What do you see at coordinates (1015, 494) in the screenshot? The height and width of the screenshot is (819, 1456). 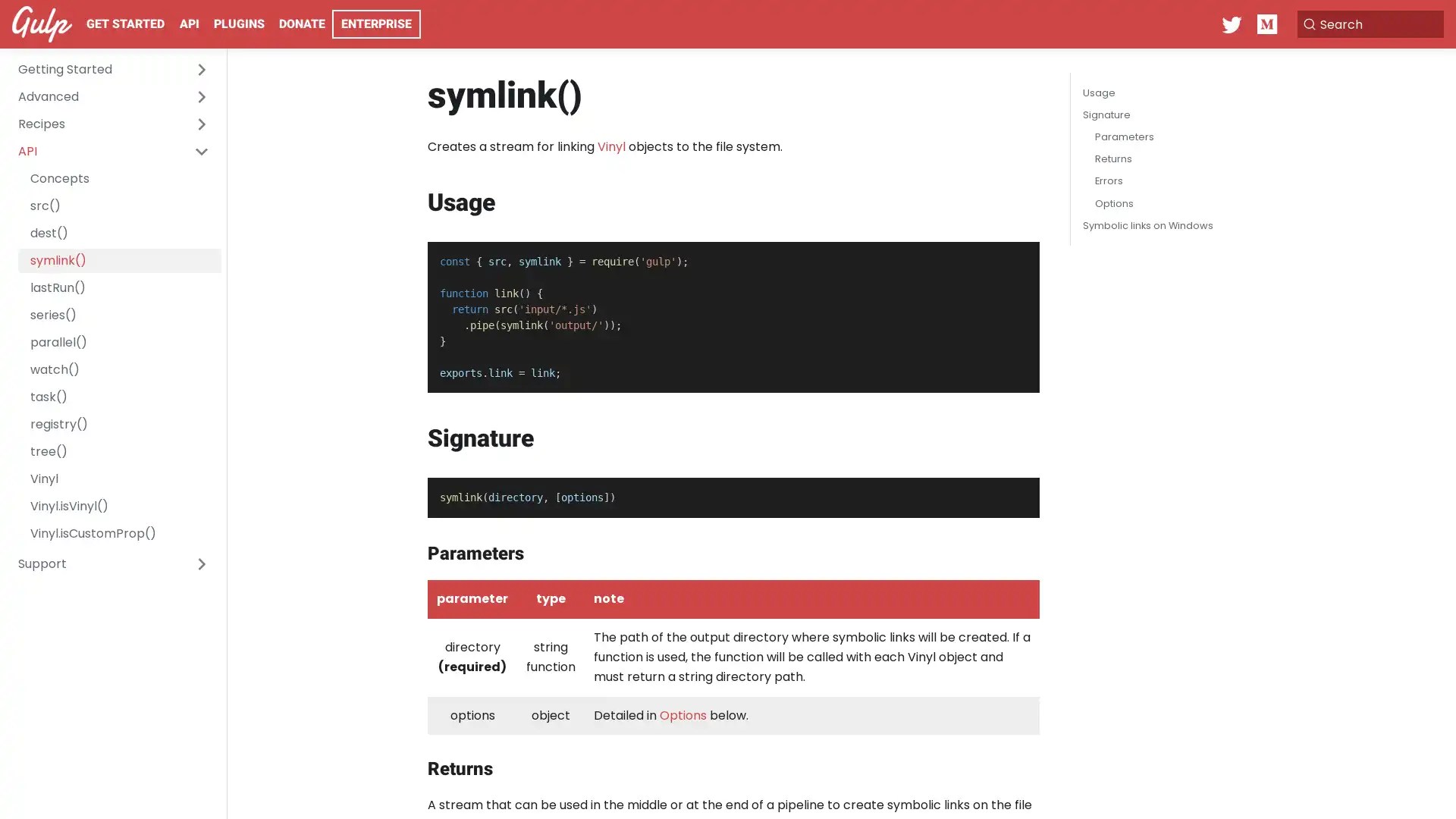 I see `Copy code to clipboard` at bounding box center [1015, 494].